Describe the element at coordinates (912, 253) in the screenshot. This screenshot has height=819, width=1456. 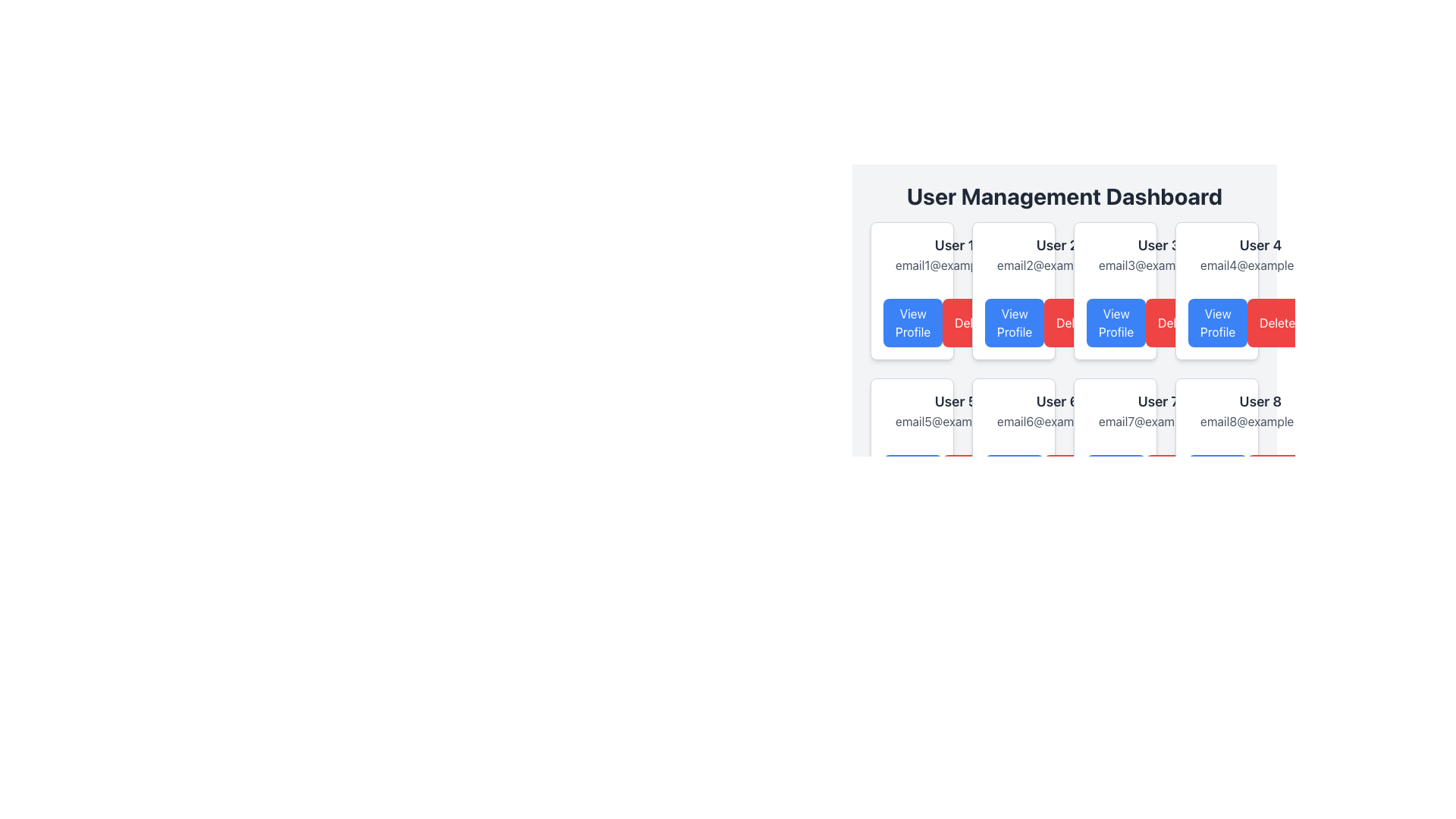
I see `the Text Block displaying the user's name and email address in the user profile card of the user management dashboard, located at the top left section of the grid` at that location.